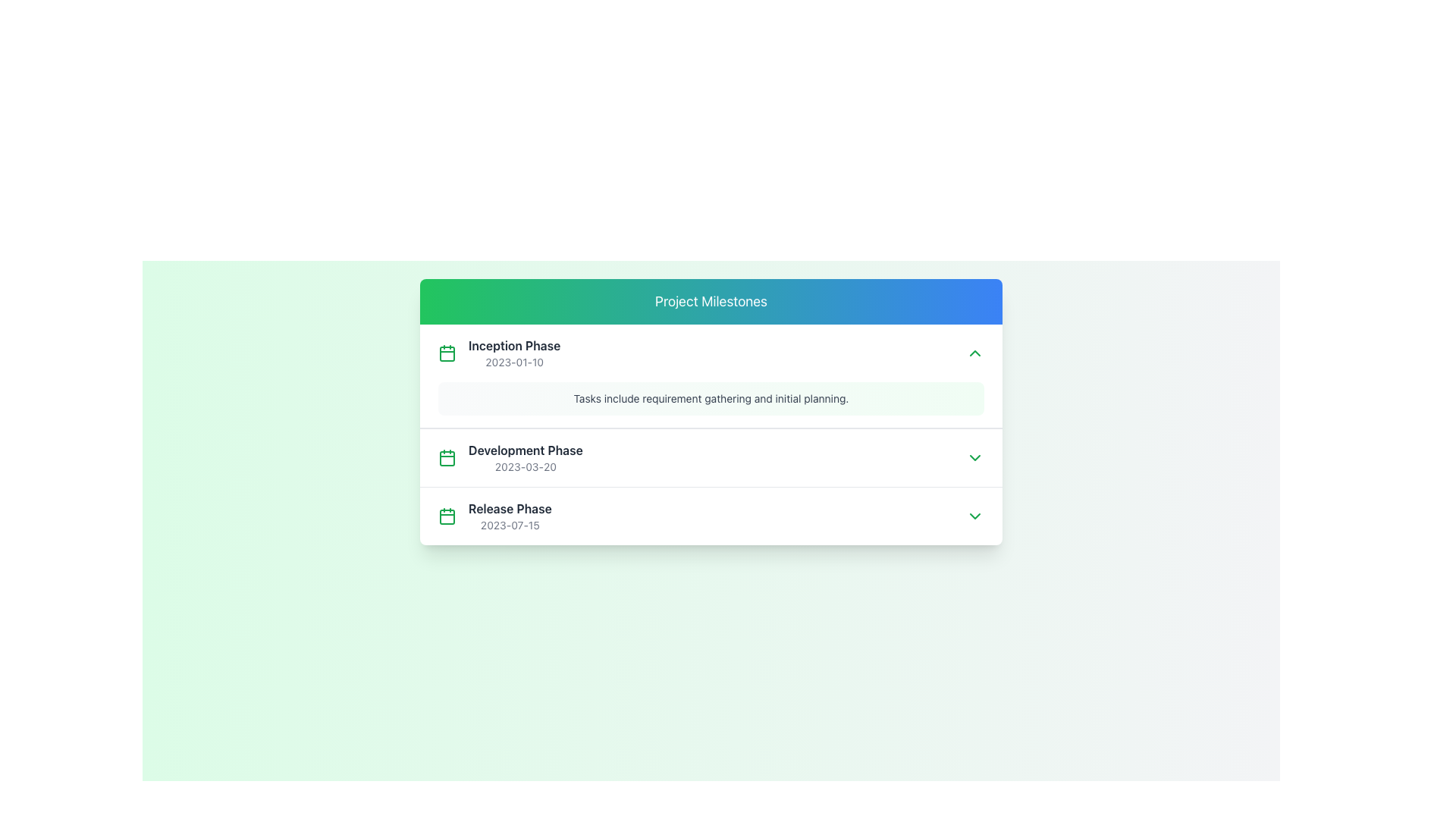 The image size is (1456, 819). Describe the element at coordinates (510, 509) in the screenshot. I see `the text label for the milestone 'Release Phase', which is positioned above the date '2023-07-15' and next to a green calendar icon` at that location.